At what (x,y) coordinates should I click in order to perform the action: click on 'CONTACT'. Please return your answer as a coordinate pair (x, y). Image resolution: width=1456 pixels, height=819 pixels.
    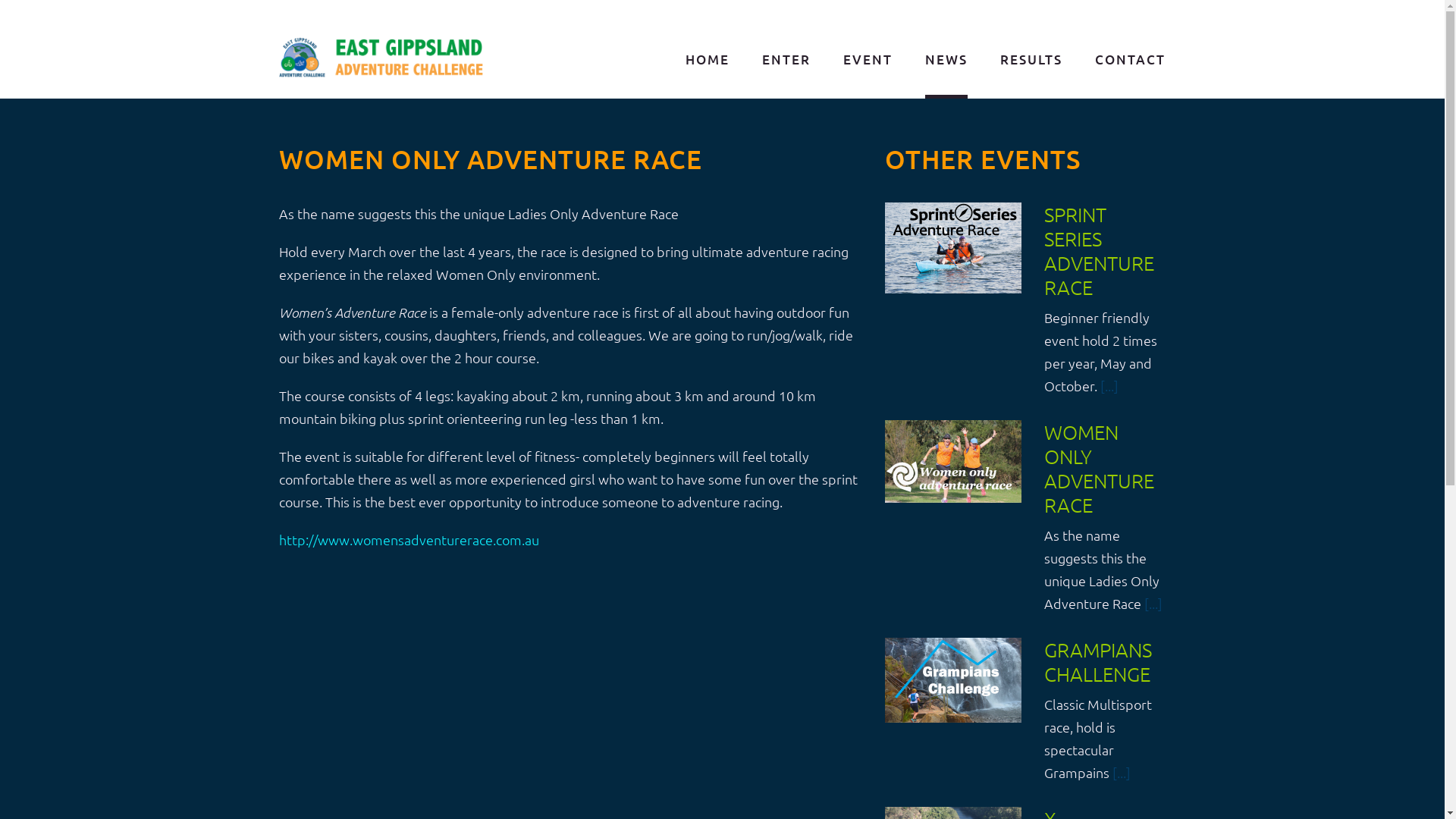
    Looking at the image, I should click on (1130, 60).